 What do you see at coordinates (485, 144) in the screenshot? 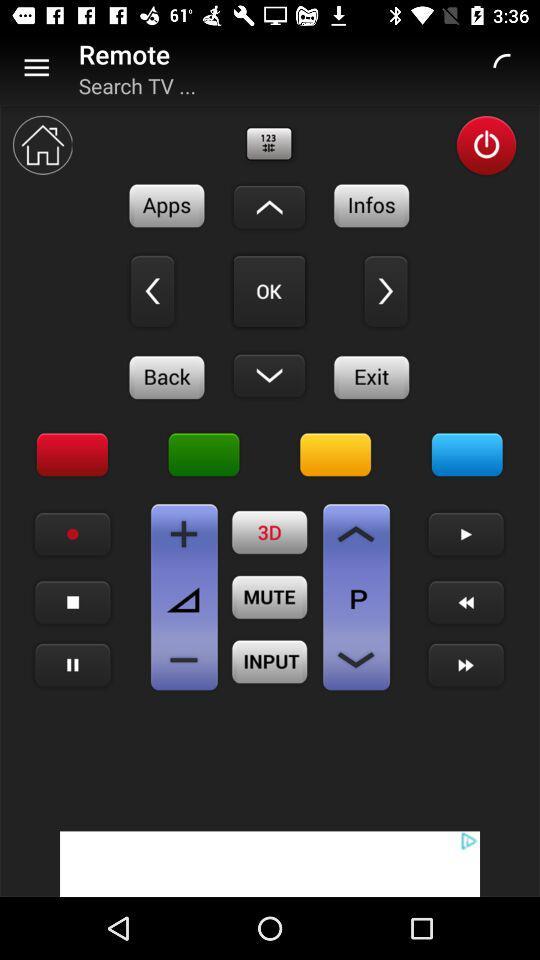
I see `turn power on` at bounding box center [485, 144].